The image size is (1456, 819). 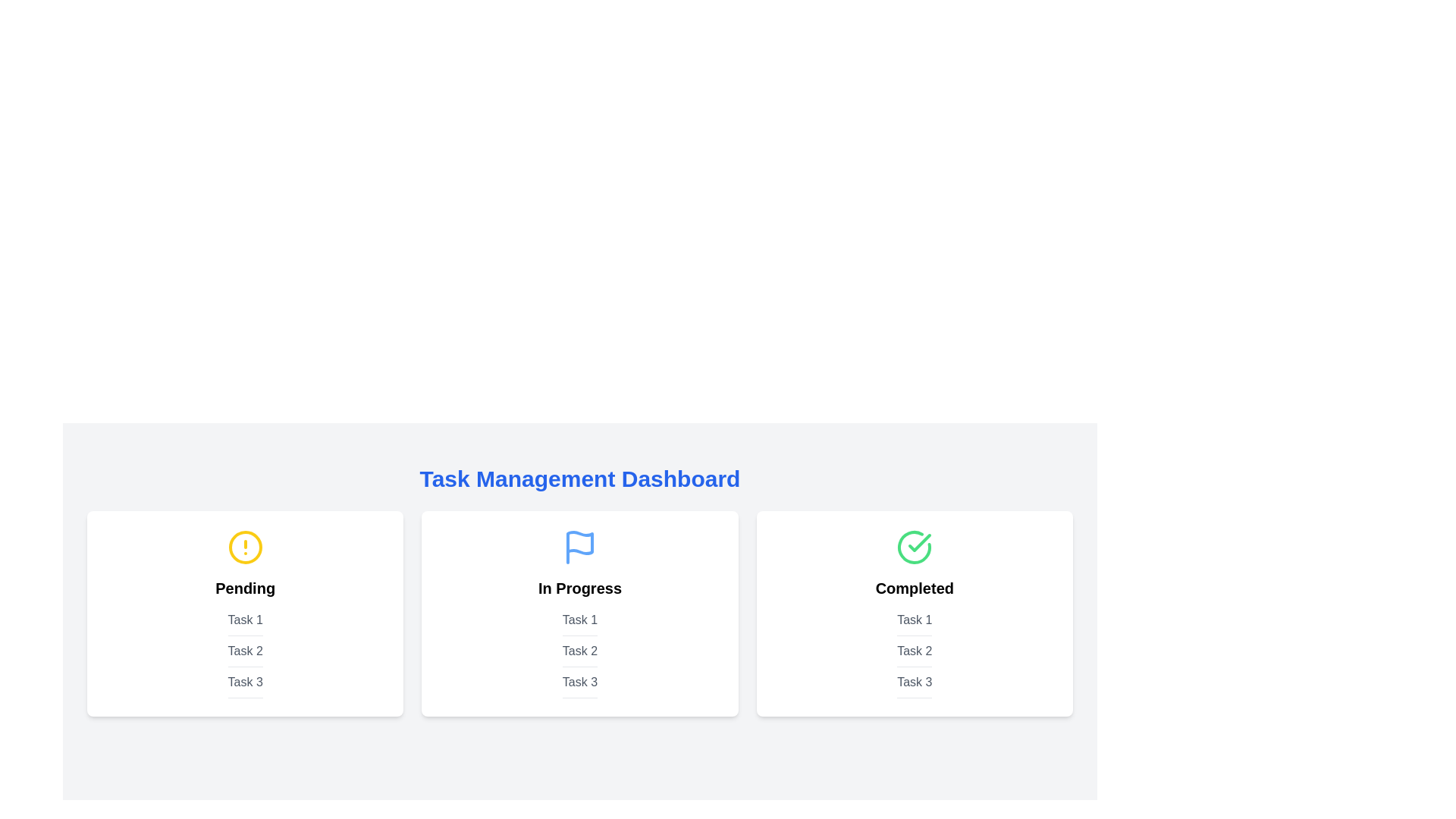 What do you see at coordinates (914, 686) in the screenshot?
I see `the text label 'Task 3' in the 'Completed' section of the Task Management Dashboard` at bounding box center [914, 686].